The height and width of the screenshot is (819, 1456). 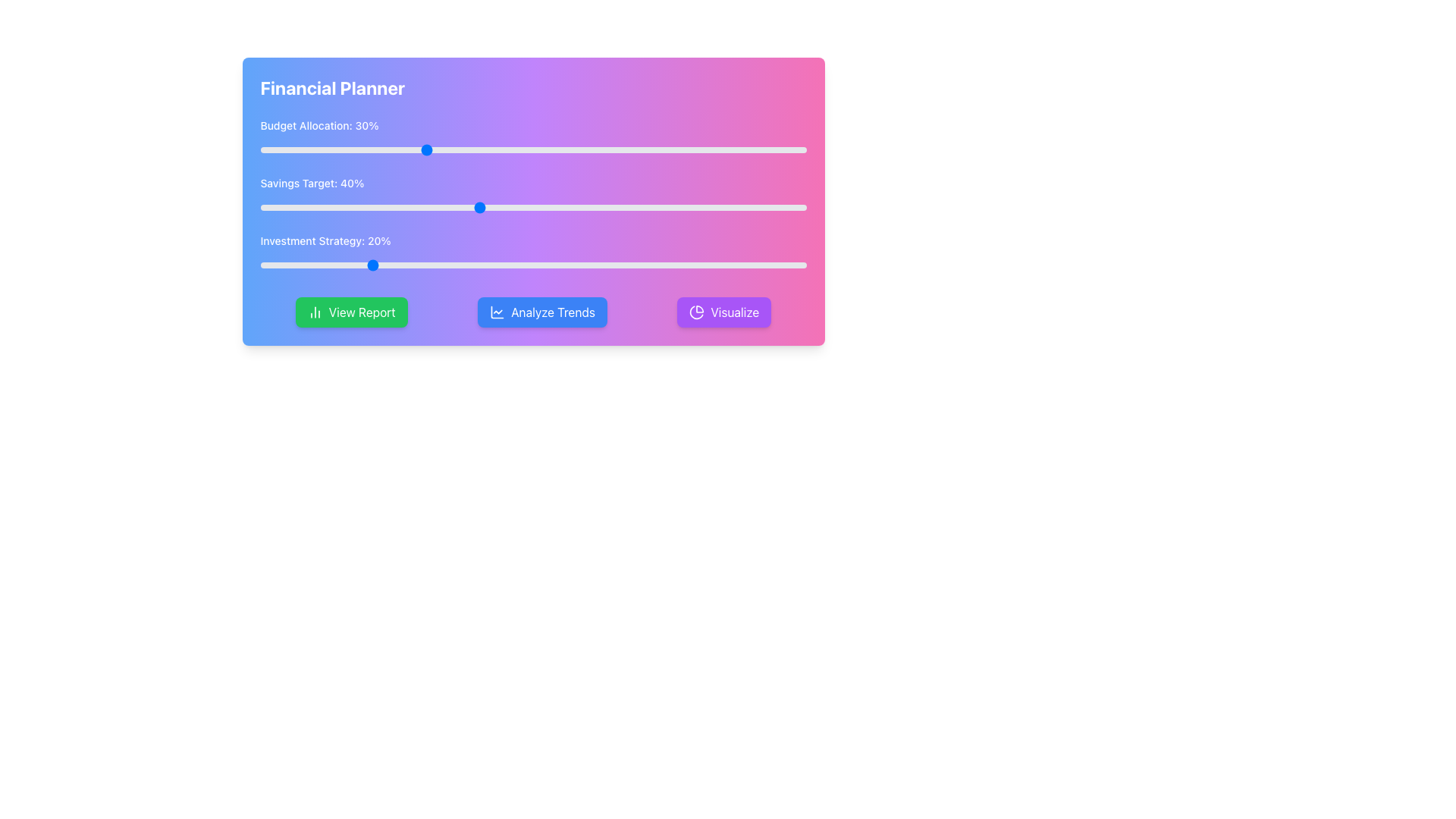 I want to click on the pie chart icon styled with purple hues located inside the 'Visualize' button, which features a purple background and white text, positioned towards the left side adjacent to the text, so click(x=696, y=312).